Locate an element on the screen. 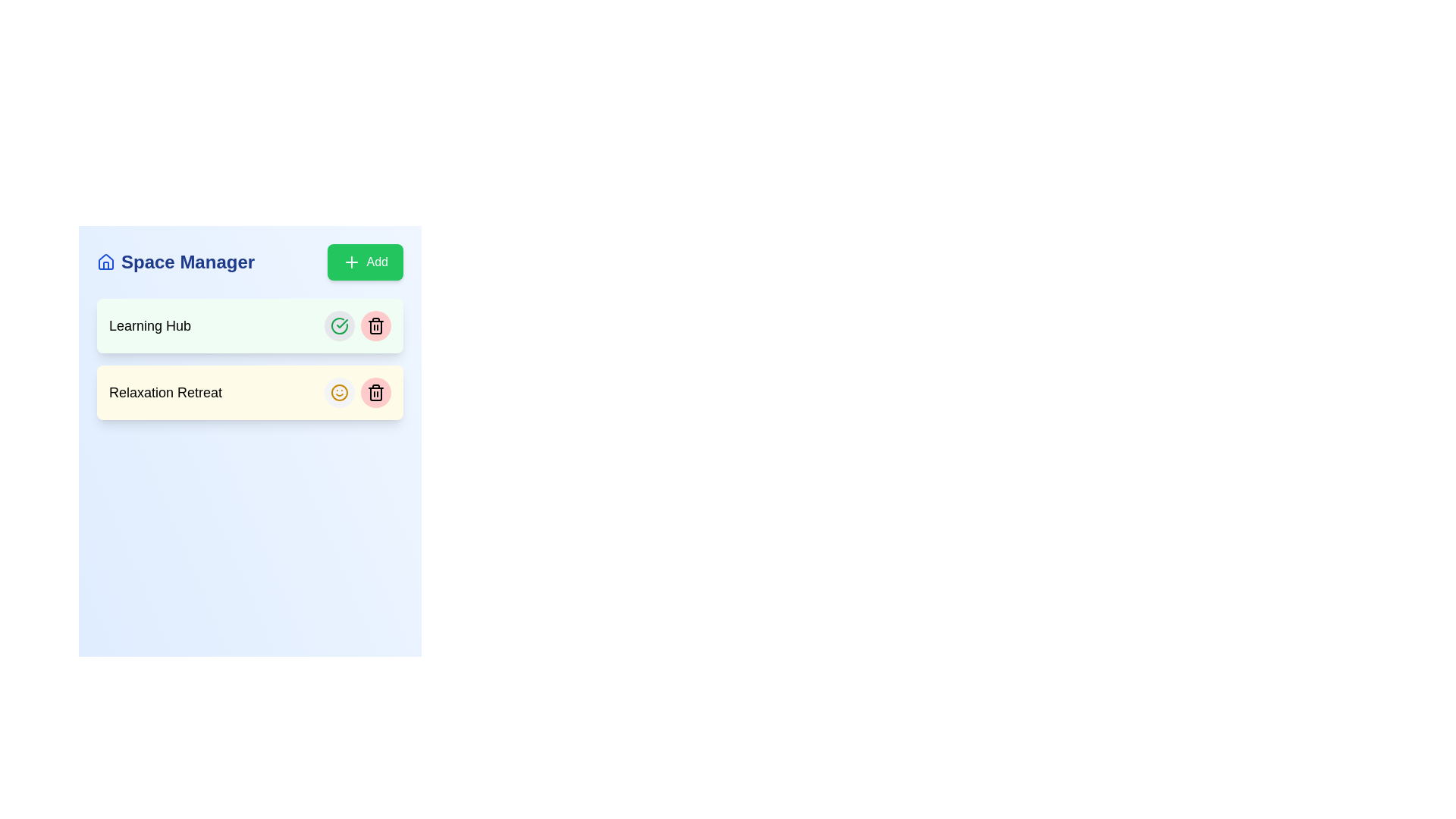 Image resolution: width=1456 pixels, height=819 pixels. the 'Space Manager' label that displays a blue house icon and the text 'Space Manager' in bold blue font is located at coordinates (176, 262).